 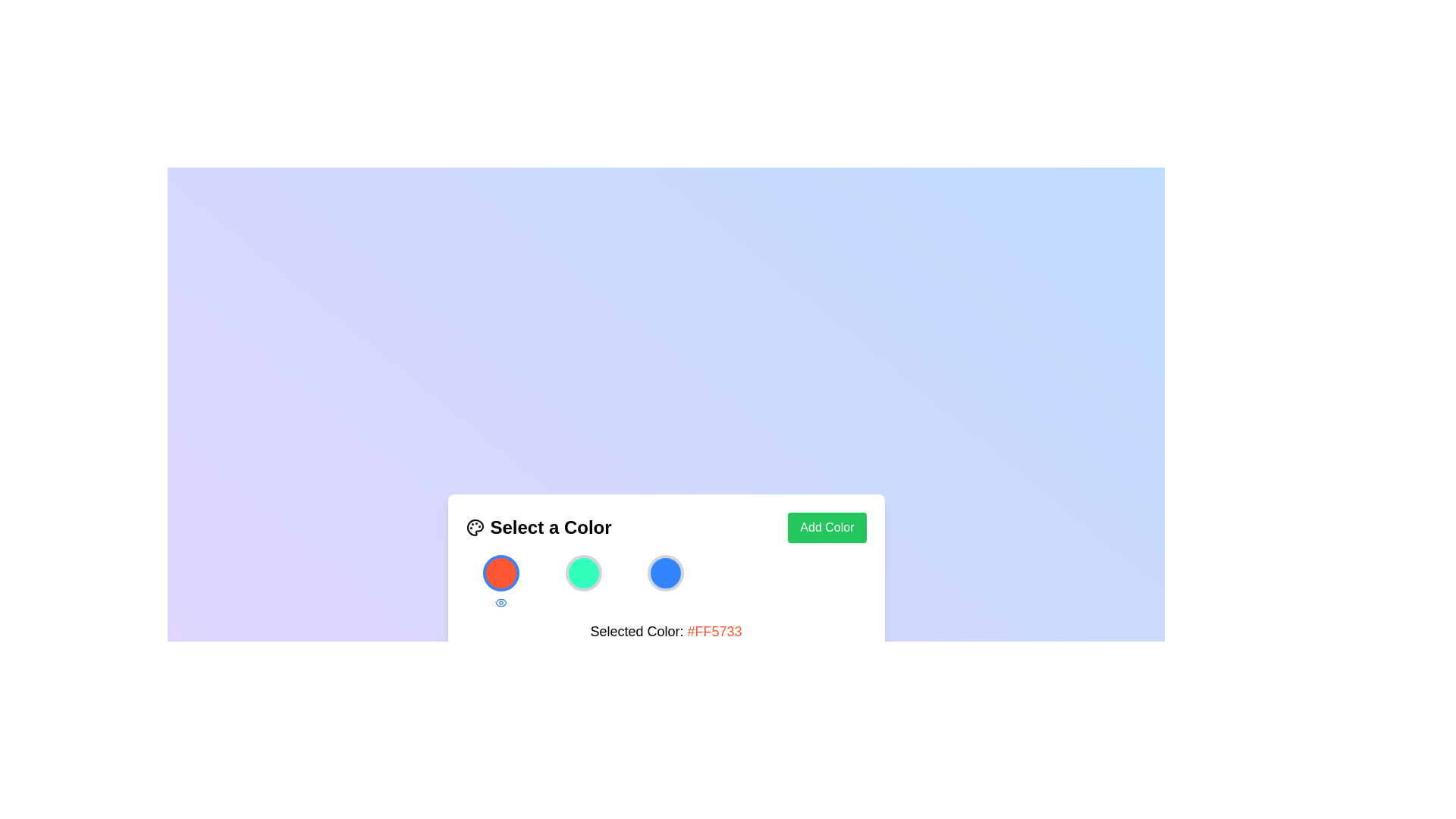 I want to click on text label that indicates the currently selected color, which is centered horizontally underneath the row of circular color options, so click(x=666, y=631).